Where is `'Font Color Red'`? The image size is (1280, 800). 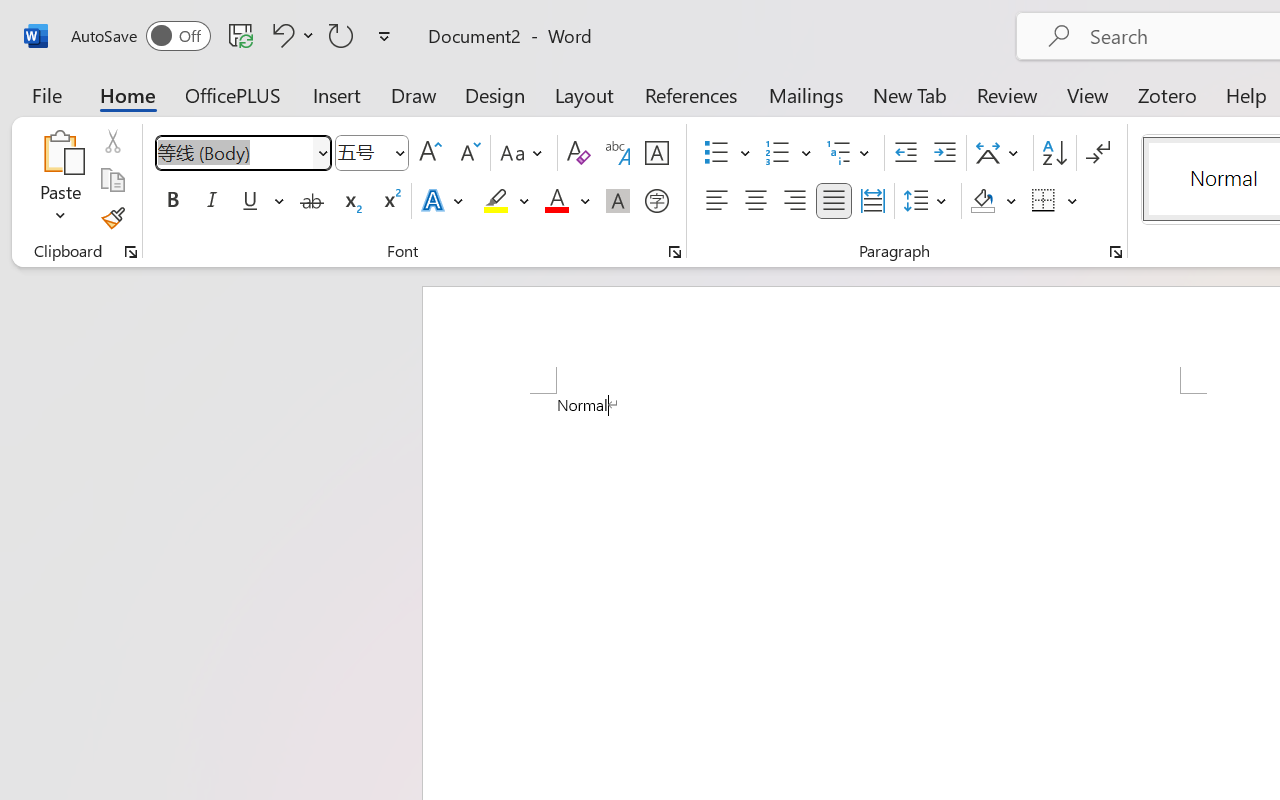 'Font Color Red' is located at coordinates (556, 201).